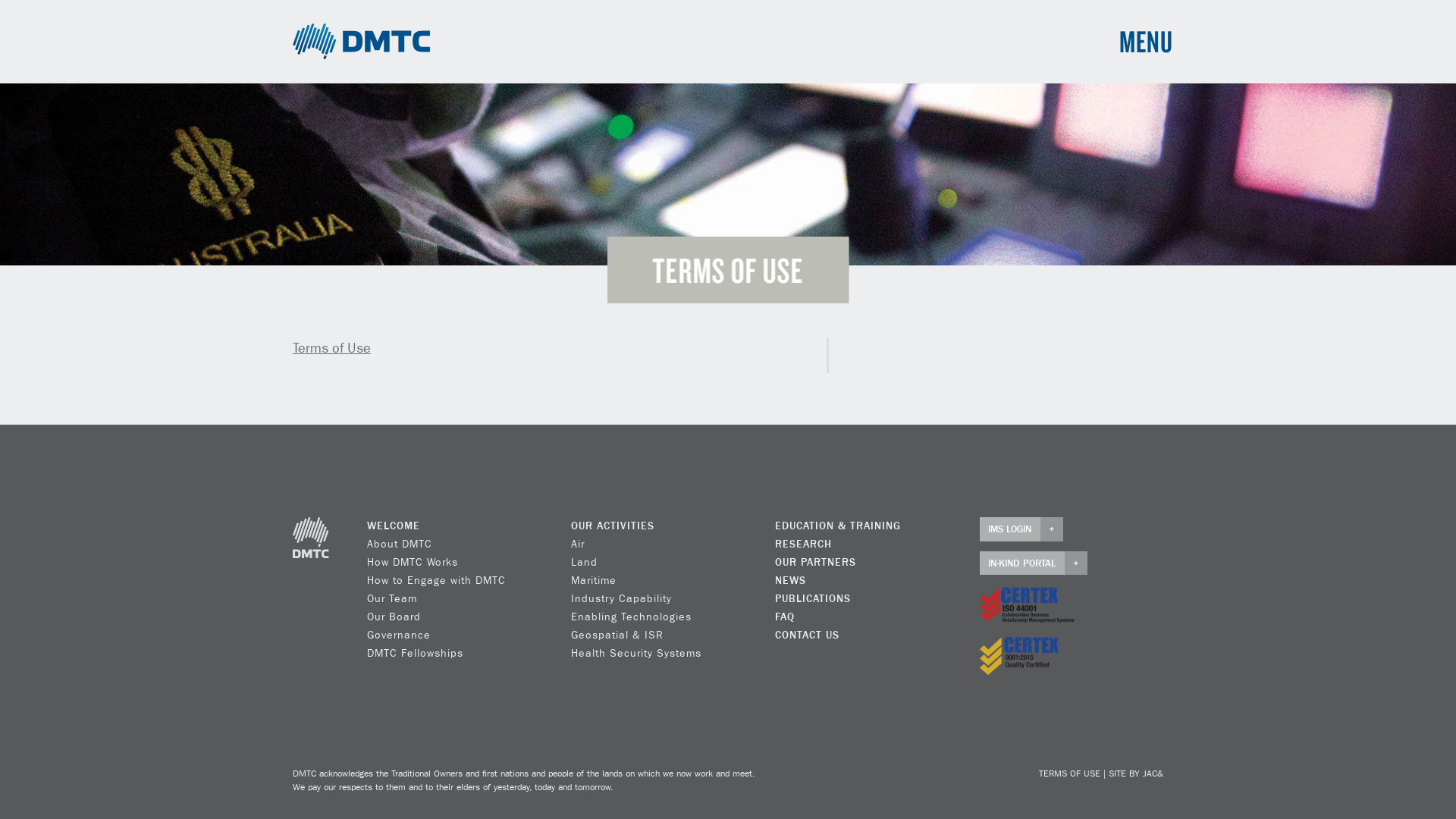  What do you see at coordinates (811, 598) in the screenshot?
I see `'PUBLICATIONS'` at bounding box center [811, 598].